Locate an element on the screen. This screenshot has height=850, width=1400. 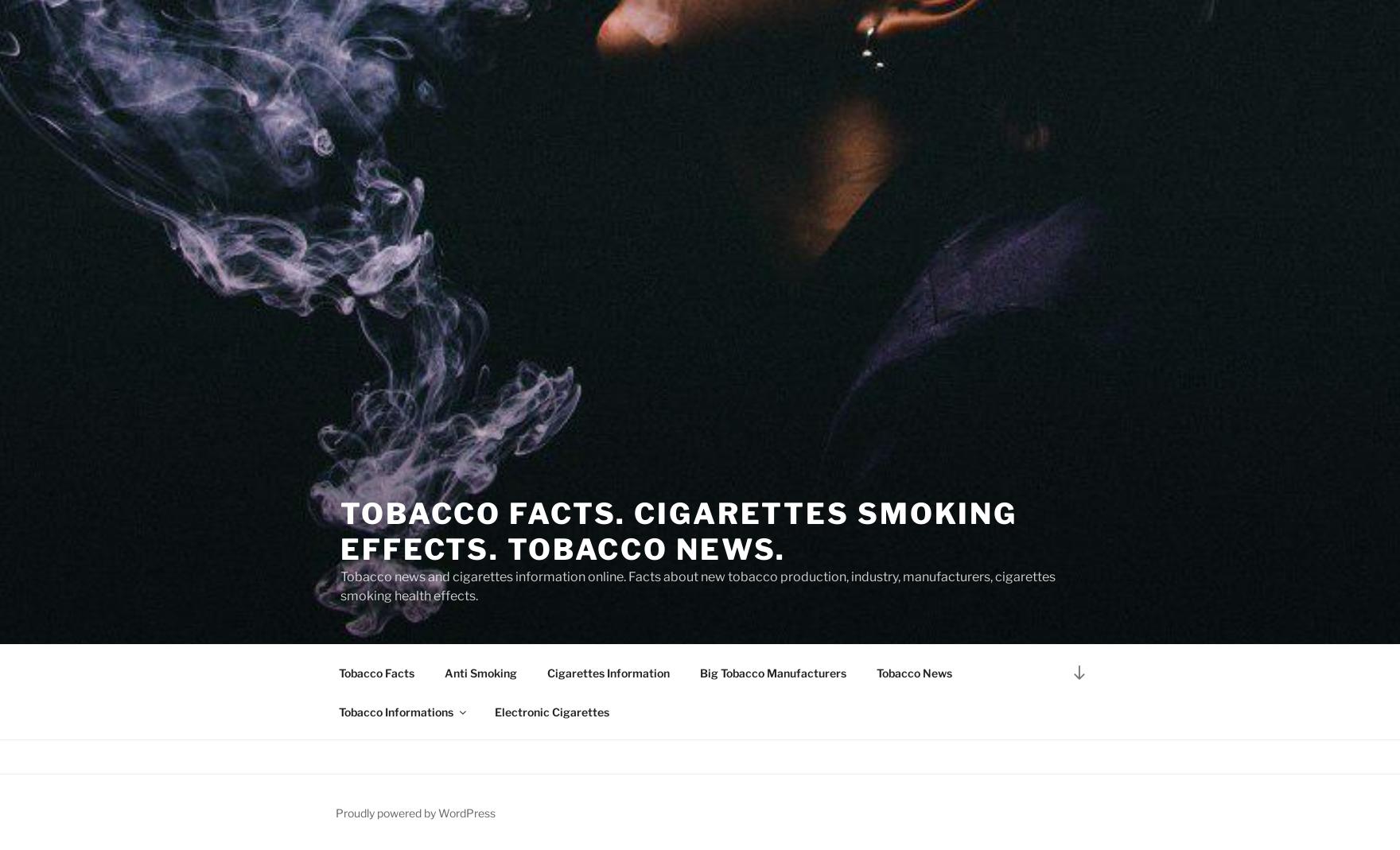
'Tobacco Facts. Cigarettes Smoking Effects. Tobacco News.' is located at coordinates (340, 530).